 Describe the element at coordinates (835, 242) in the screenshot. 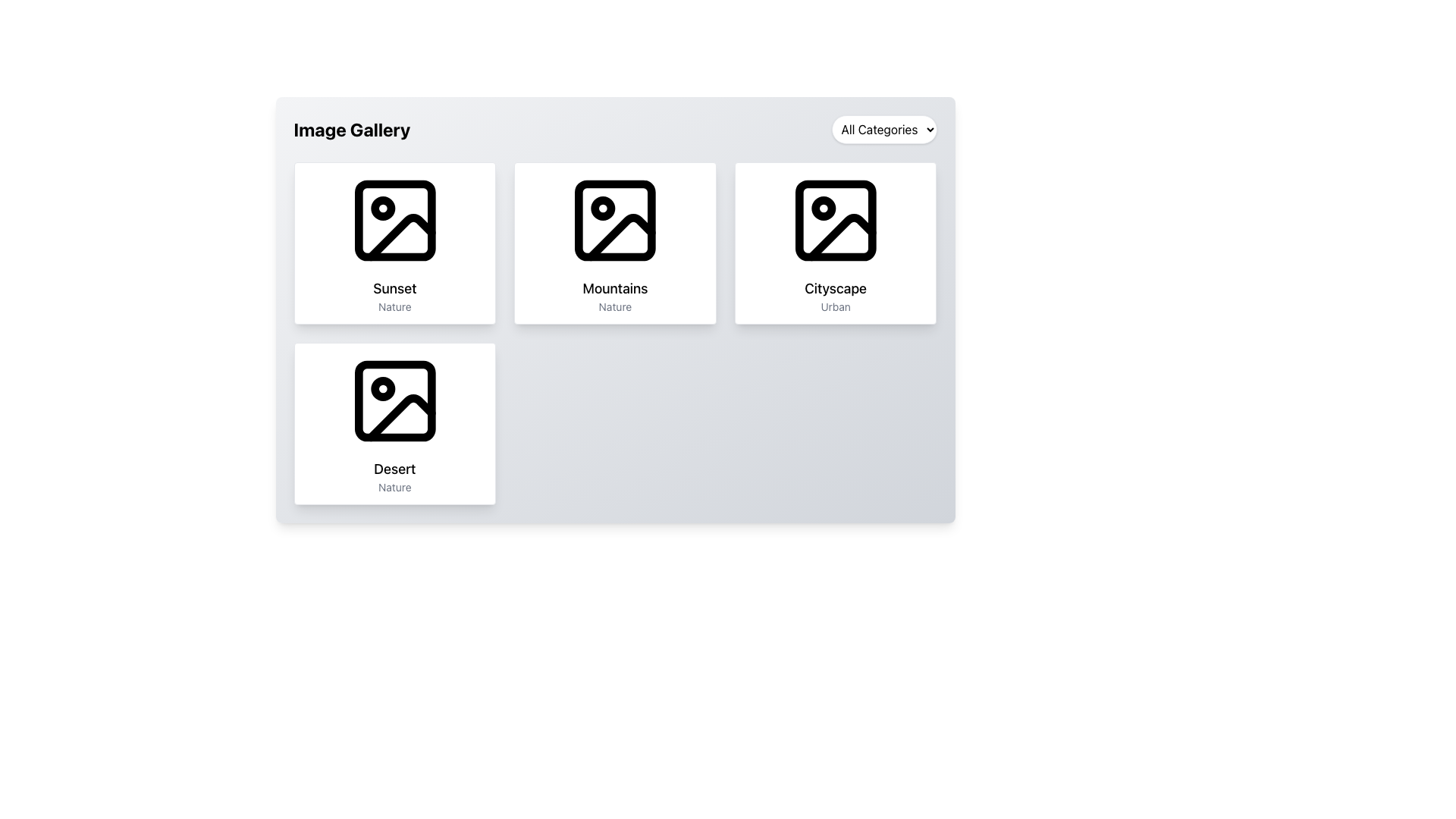

I see `the 'Cityscape' and 'Urban' card in the image gallery` at that location.